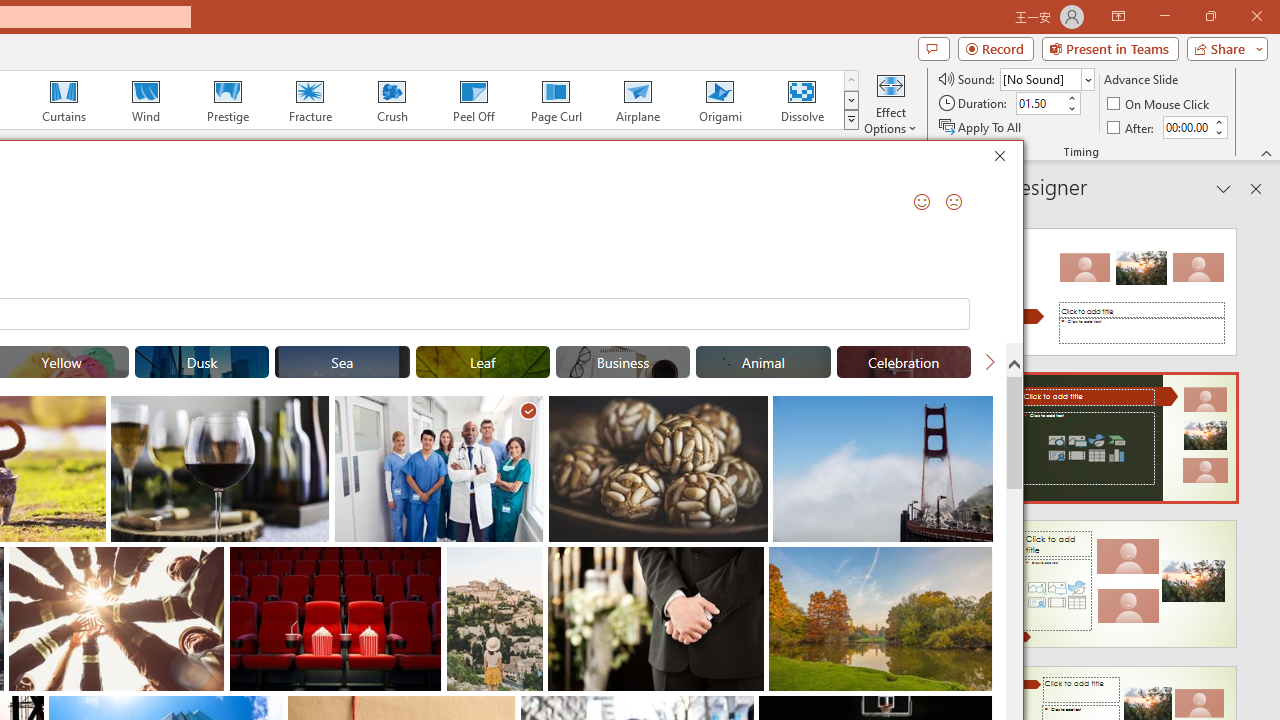 The height and width of the screenshot is (720, 1280). Describe the element at coordinates (1164, 16) in the screenshot. I see `'Minimize'` at that location.